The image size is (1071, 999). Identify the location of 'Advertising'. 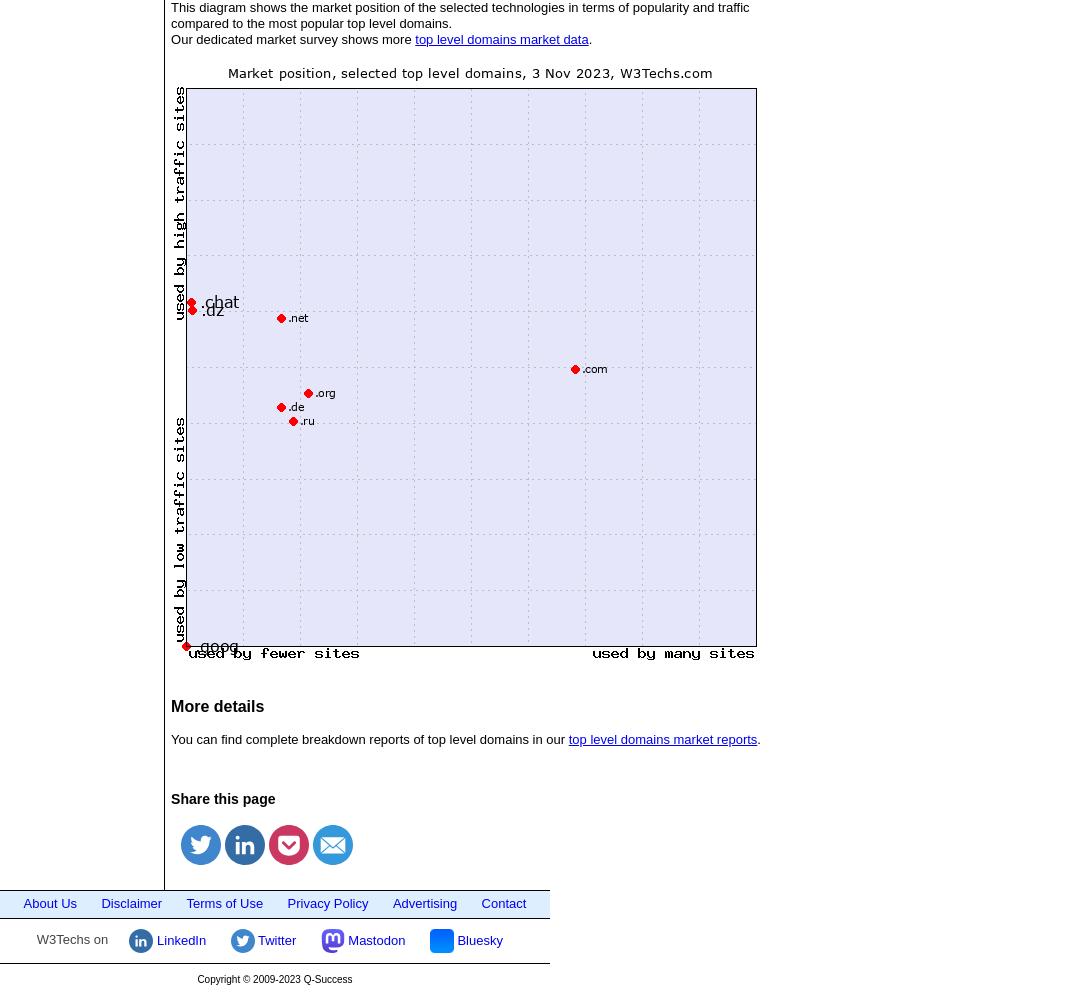
(424, 903).